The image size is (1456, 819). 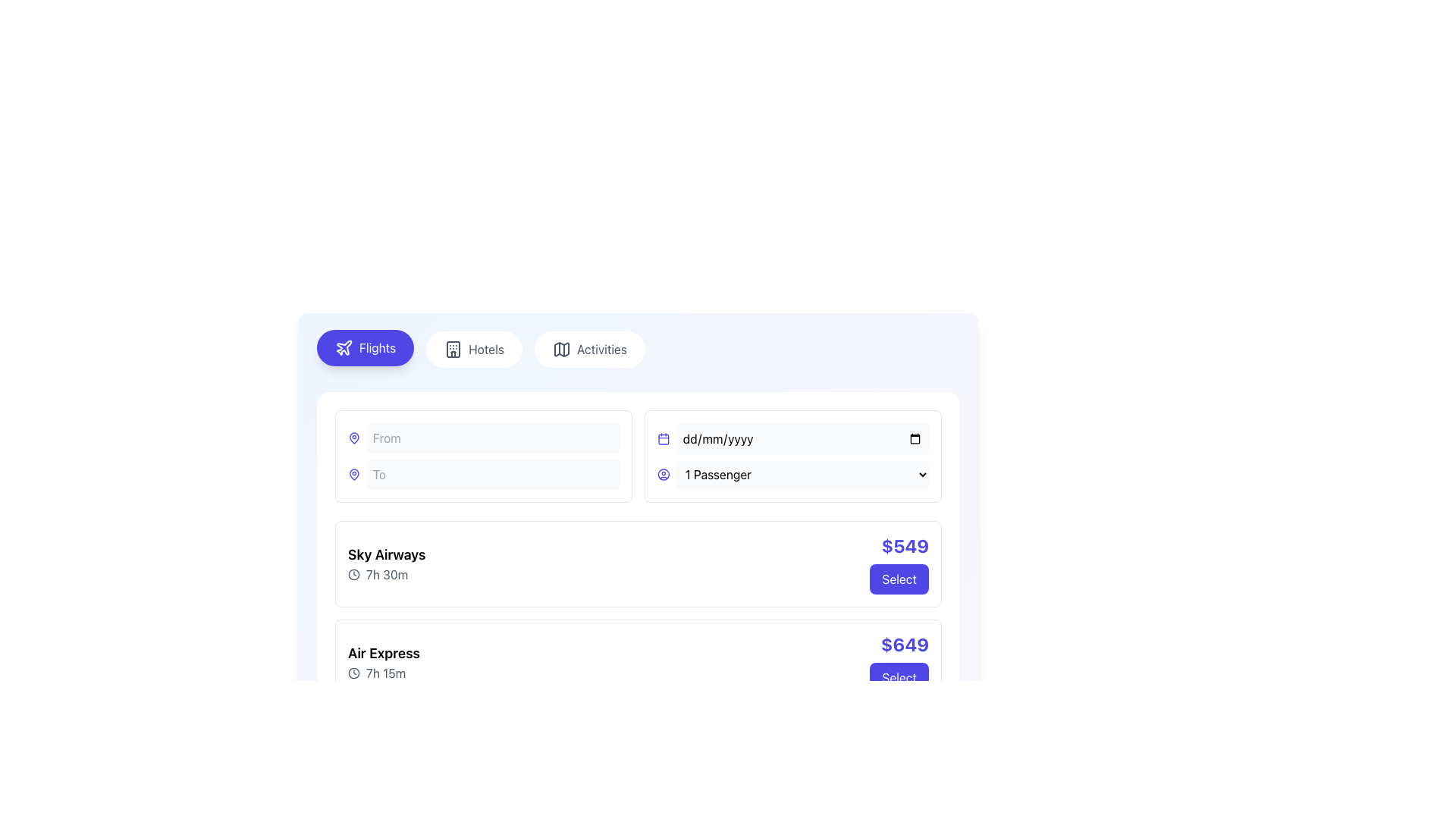 What do you see at coordinates (353, 473) in the screenshot?
I see `the indigo map pin icon located at the top-left of the interface, which is part of a flex layout and precedes the 'To' text input field` at bounding box center [353, 473].